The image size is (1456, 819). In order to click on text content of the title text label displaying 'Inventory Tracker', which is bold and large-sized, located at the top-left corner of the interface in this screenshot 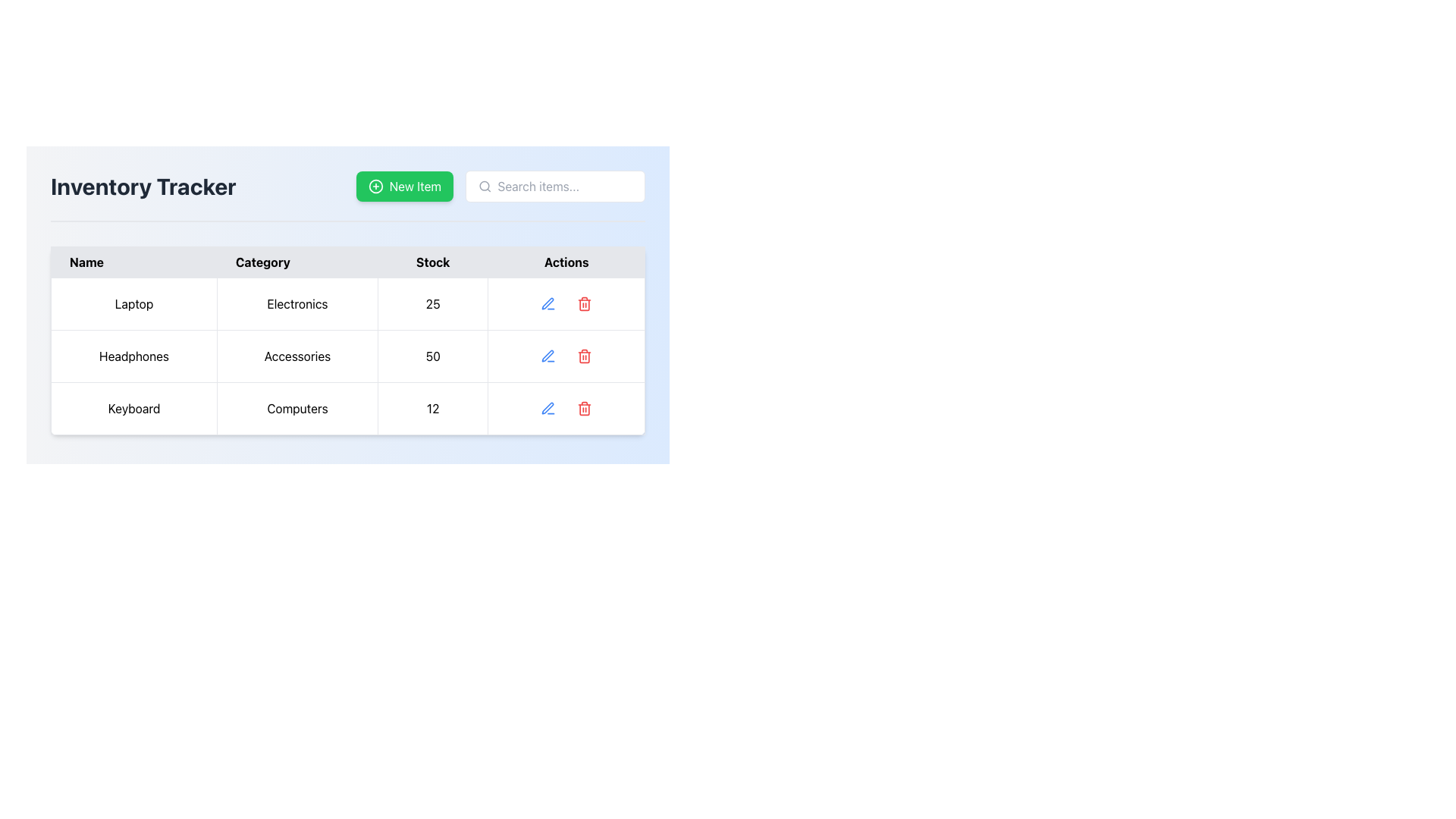, I will do `click(143, 186)`.